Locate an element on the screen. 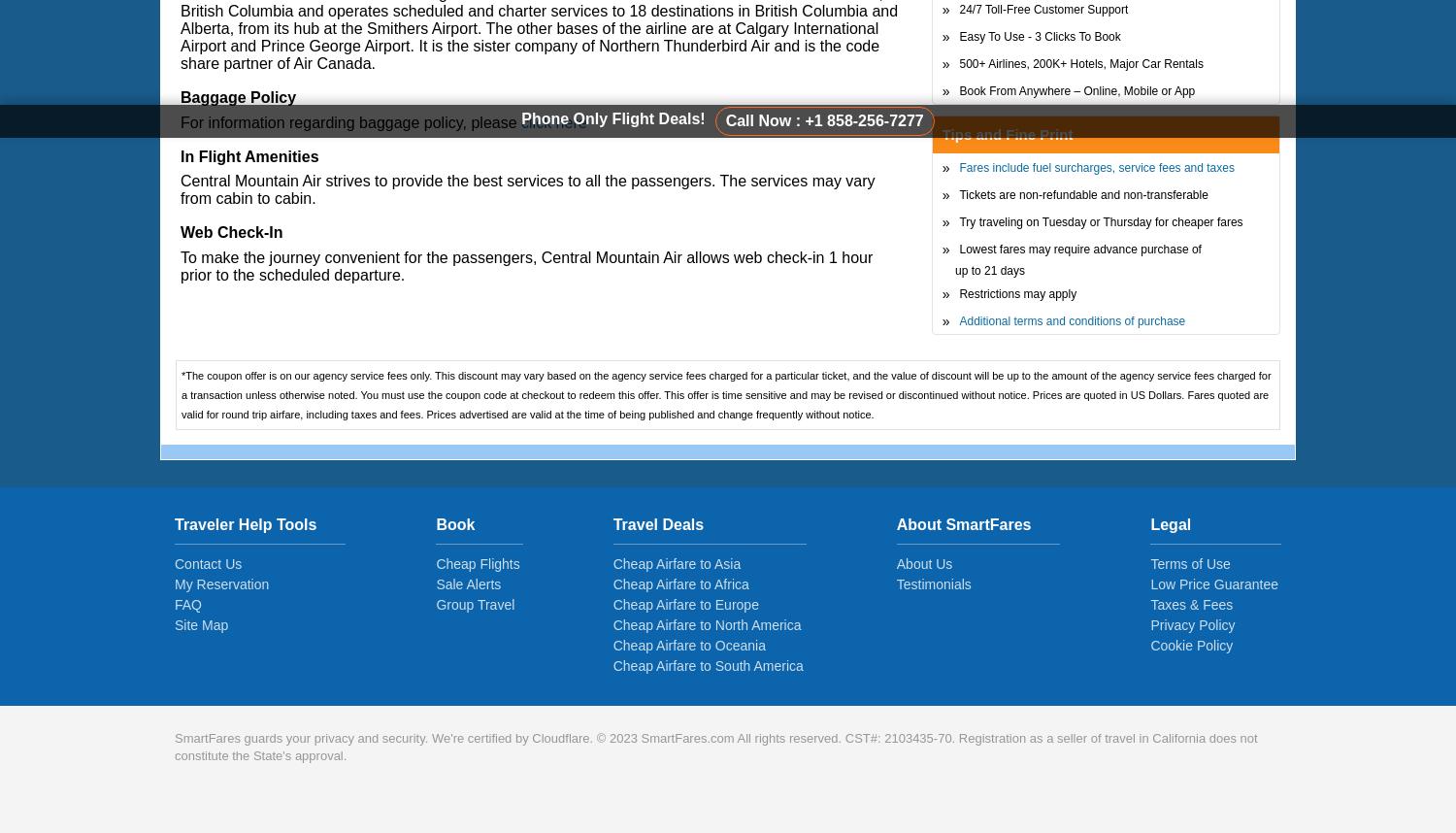  'About Us' is located at coordinates (923, 563).